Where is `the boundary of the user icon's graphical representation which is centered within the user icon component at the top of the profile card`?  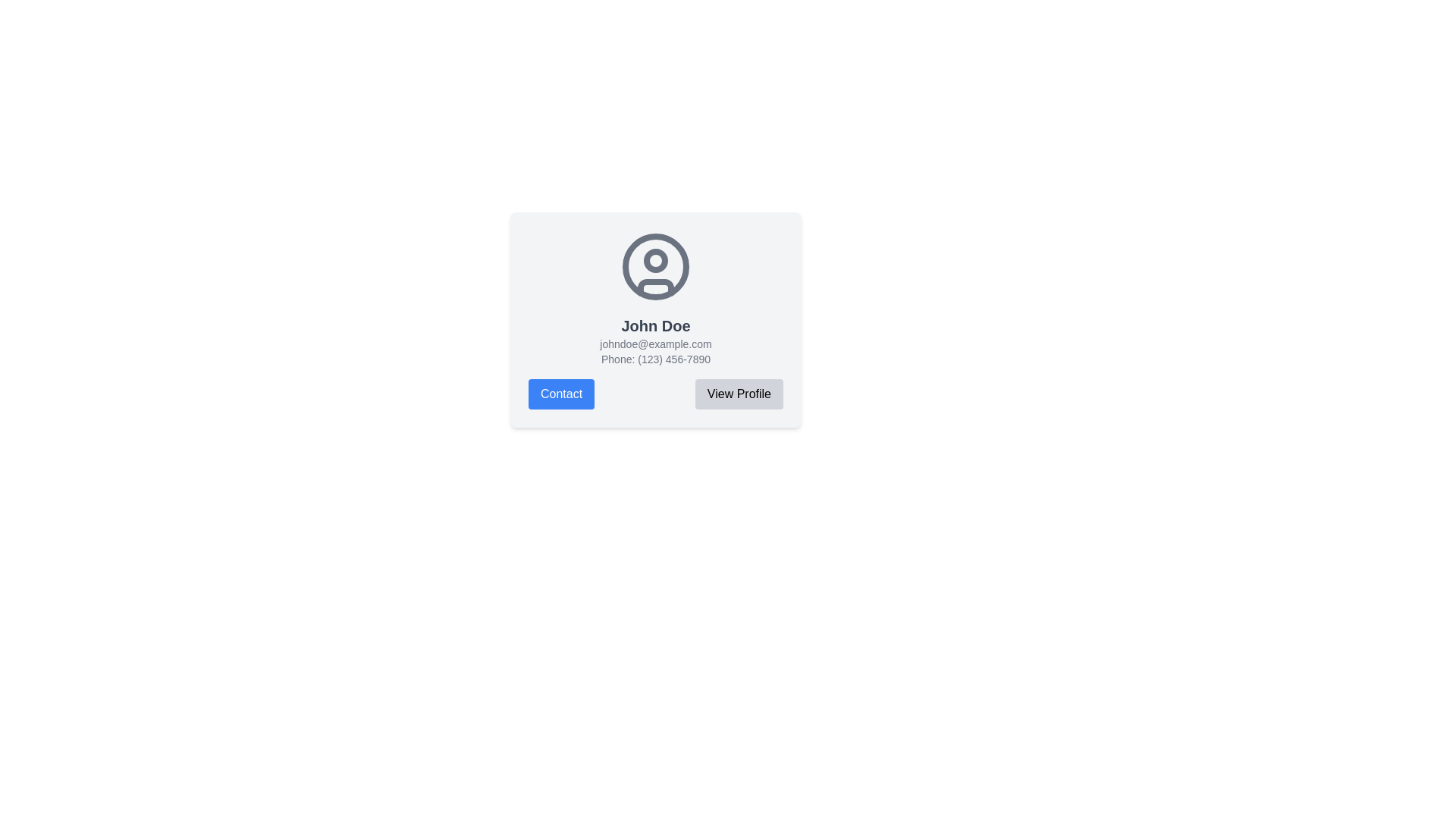 the boundary of the user icon's graphical representation which is centered within the user icon component at the top of the profile card is located at coordinates (655, 265).